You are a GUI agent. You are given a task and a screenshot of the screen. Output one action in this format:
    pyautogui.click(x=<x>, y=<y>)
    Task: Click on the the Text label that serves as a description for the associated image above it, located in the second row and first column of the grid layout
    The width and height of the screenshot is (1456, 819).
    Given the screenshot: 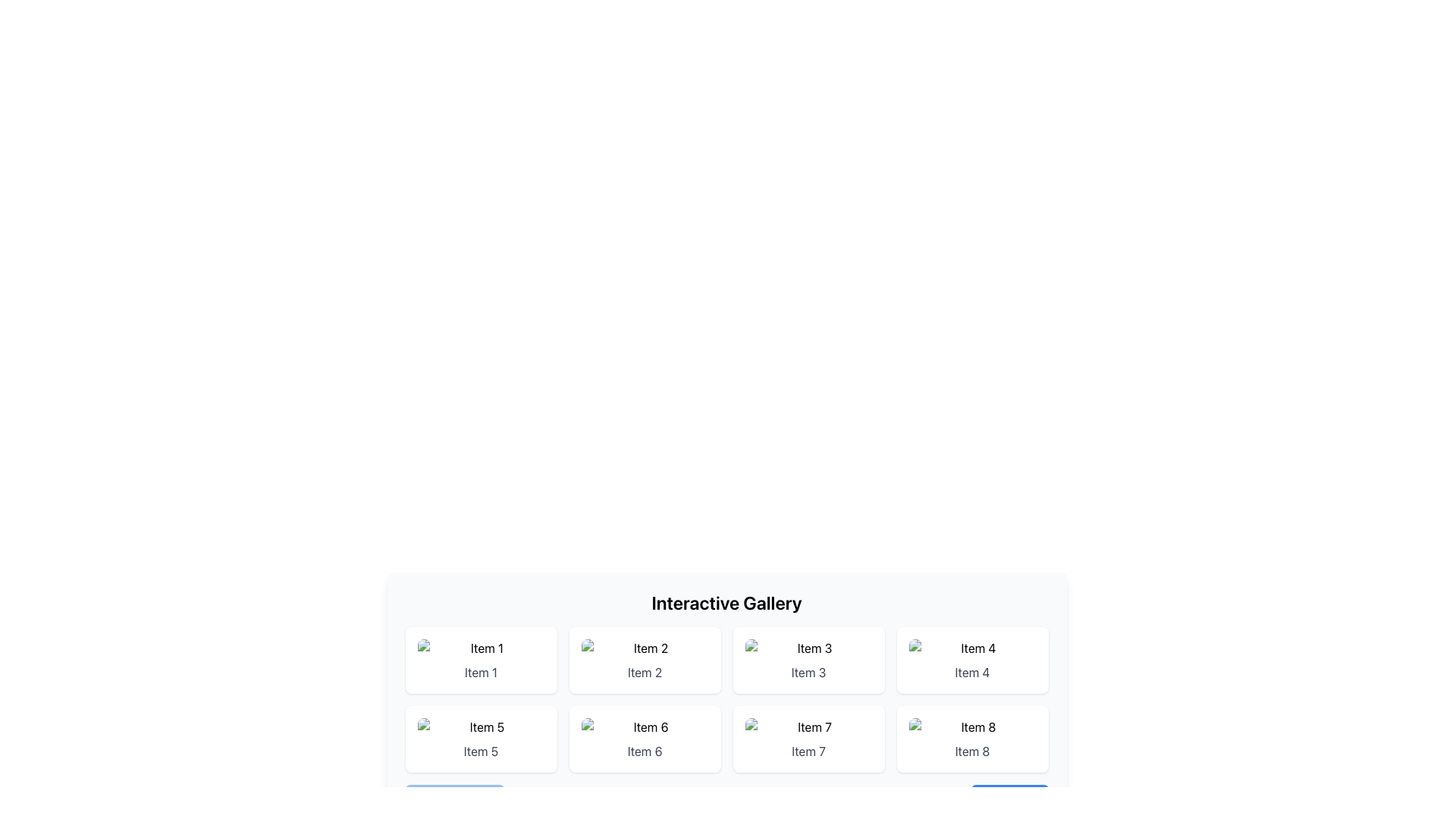 What is the action you would take?
    pyautogui.click(x=480, y=752)
    